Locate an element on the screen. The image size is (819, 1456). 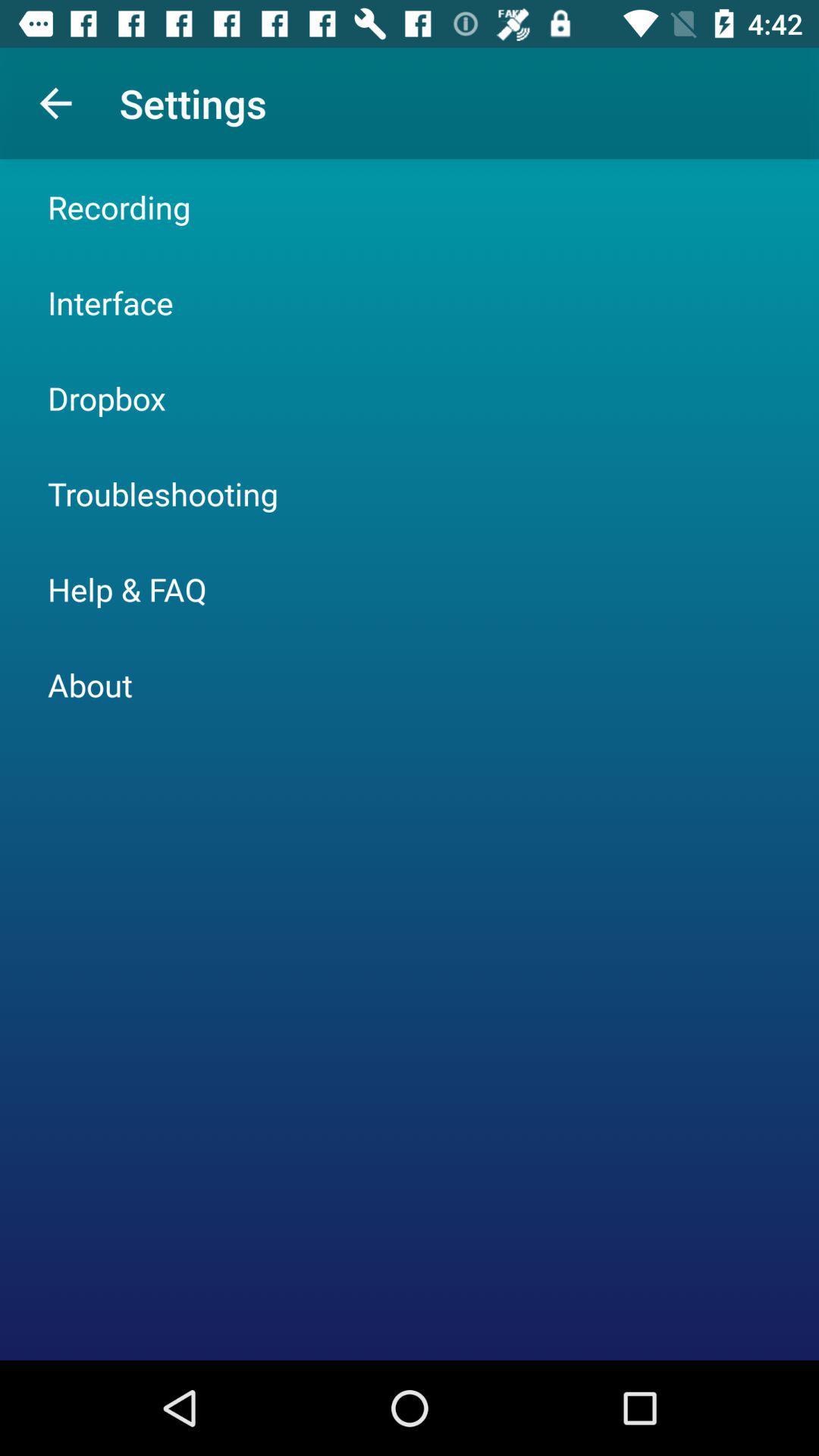
the dropbox is located at coordinates (106, 397).